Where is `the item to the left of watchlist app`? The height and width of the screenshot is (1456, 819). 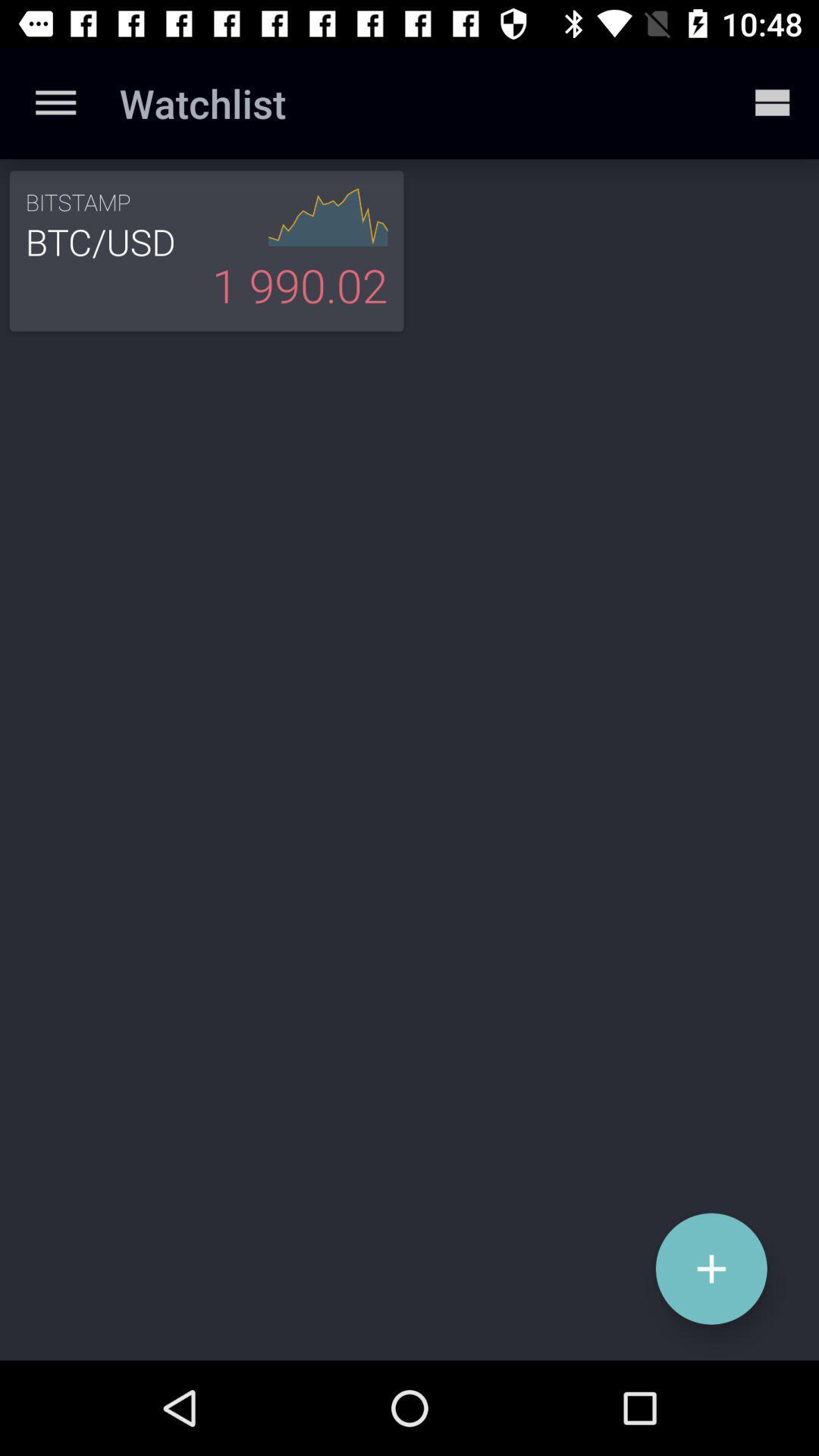 the item to the left of watchlist app is located at coordinates (55, 102).